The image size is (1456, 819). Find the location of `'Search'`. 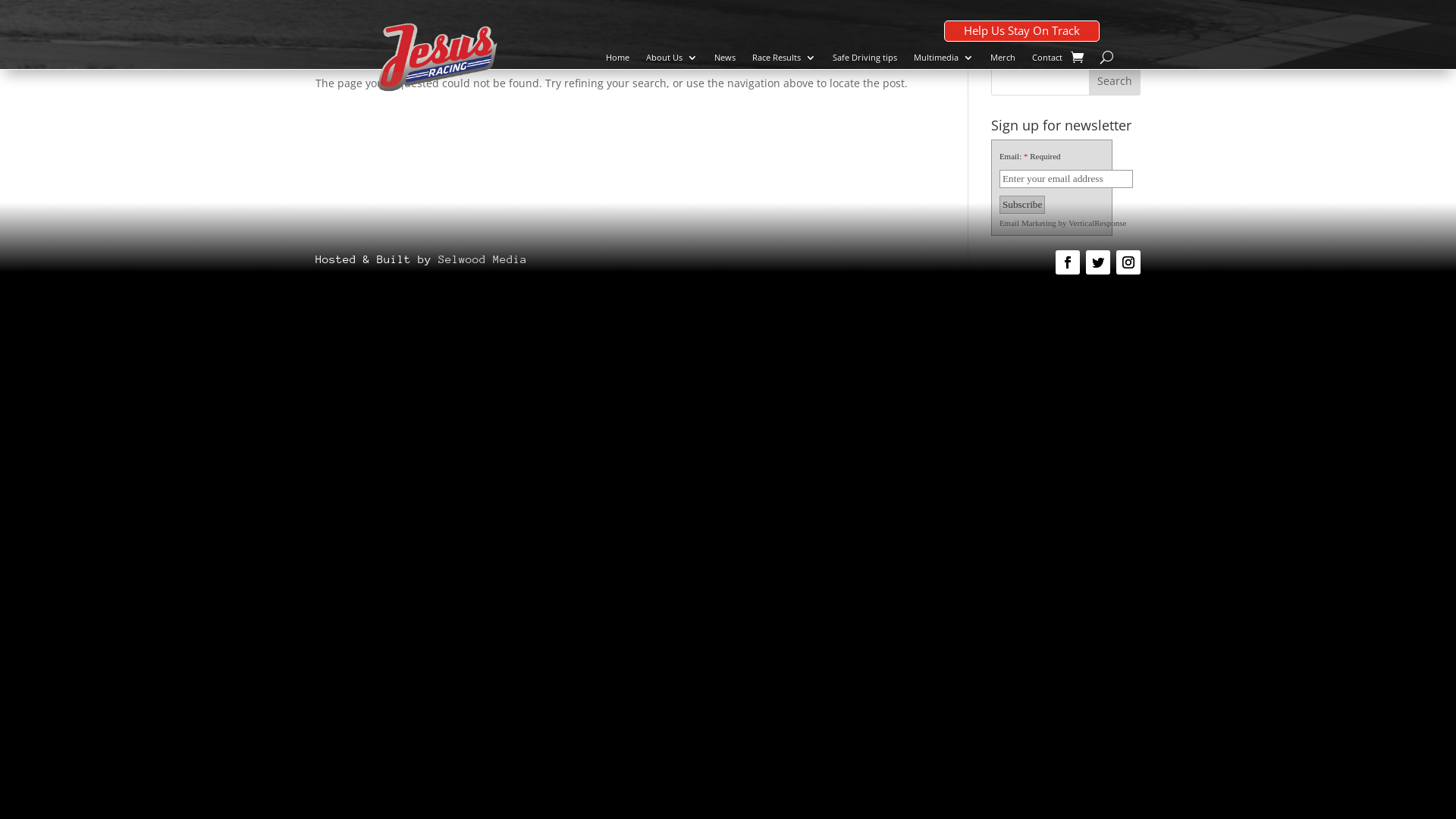

'Search' is located at coordinates (1114, 80).